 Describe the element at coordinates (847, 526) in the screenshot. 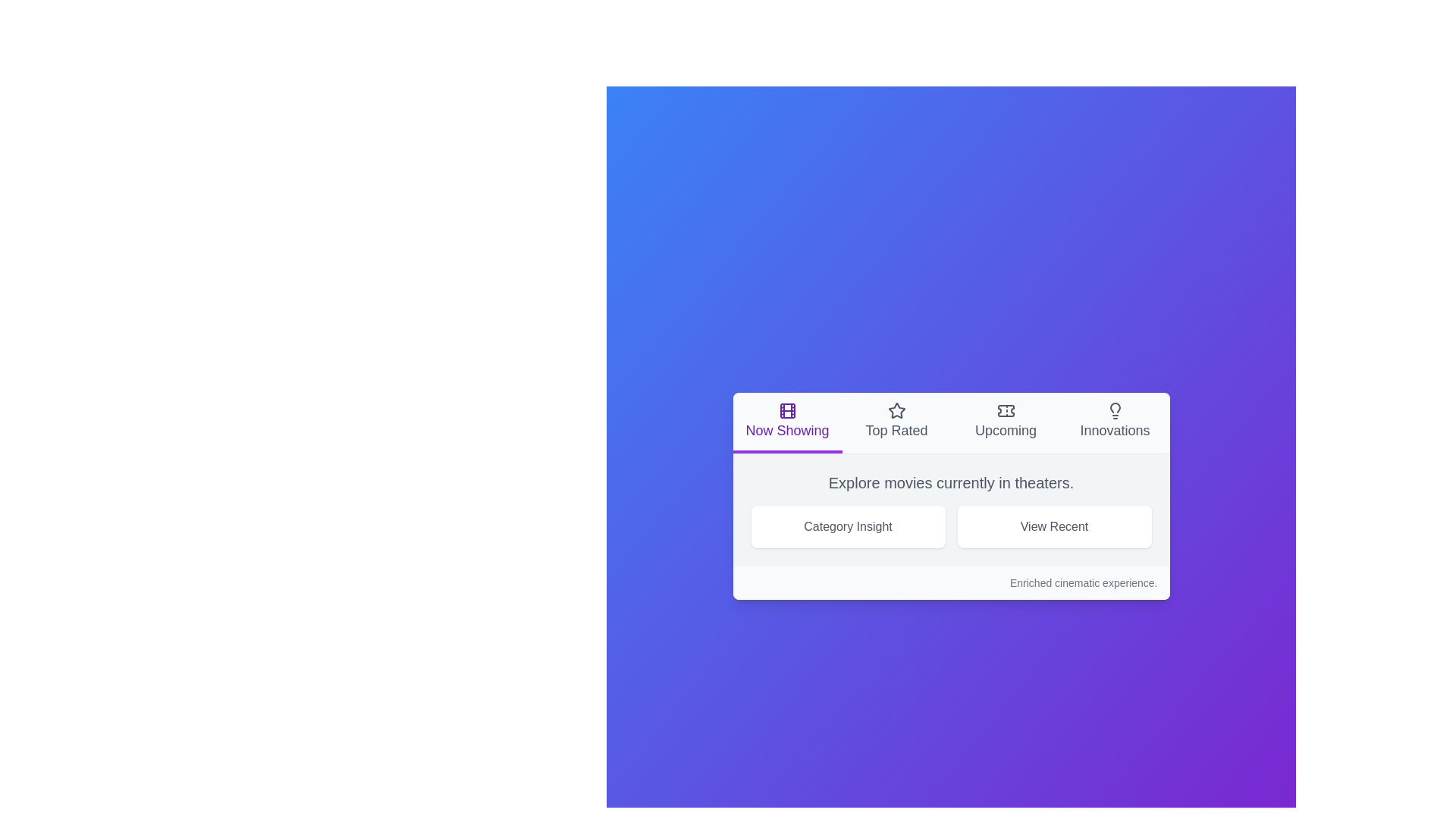

I see `the 'Category Insight' informational tile, which is a white rectangular tile with rounded corners and shadow effect` at that location.